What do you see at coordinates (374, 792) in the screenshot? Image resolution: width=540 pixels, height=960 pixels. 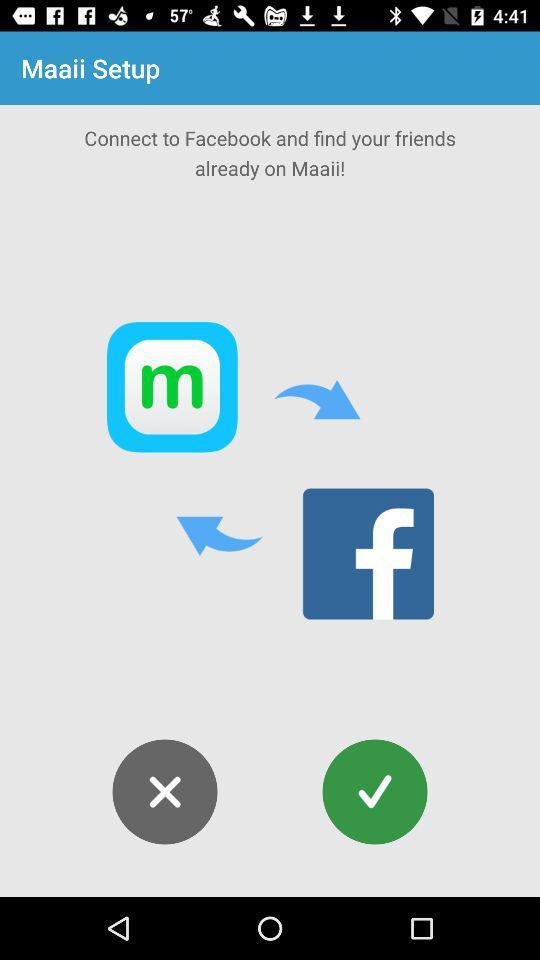 I see `accept submit confirm` at bounding box center [374, 792].